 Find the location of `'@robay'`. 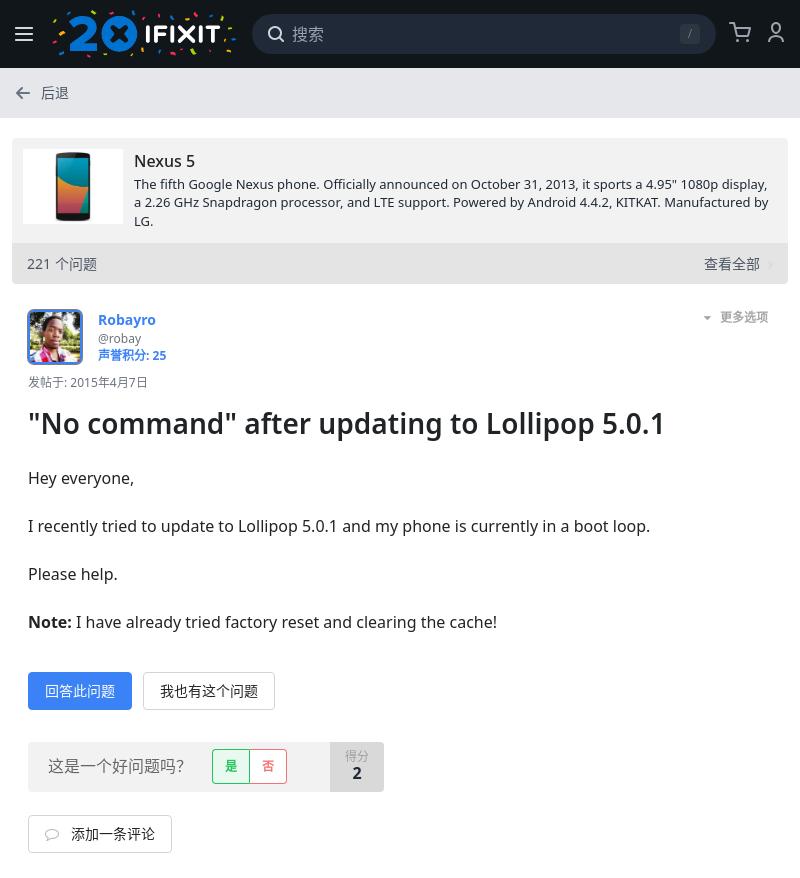

'@robay' is located at coordinates (118, 337).